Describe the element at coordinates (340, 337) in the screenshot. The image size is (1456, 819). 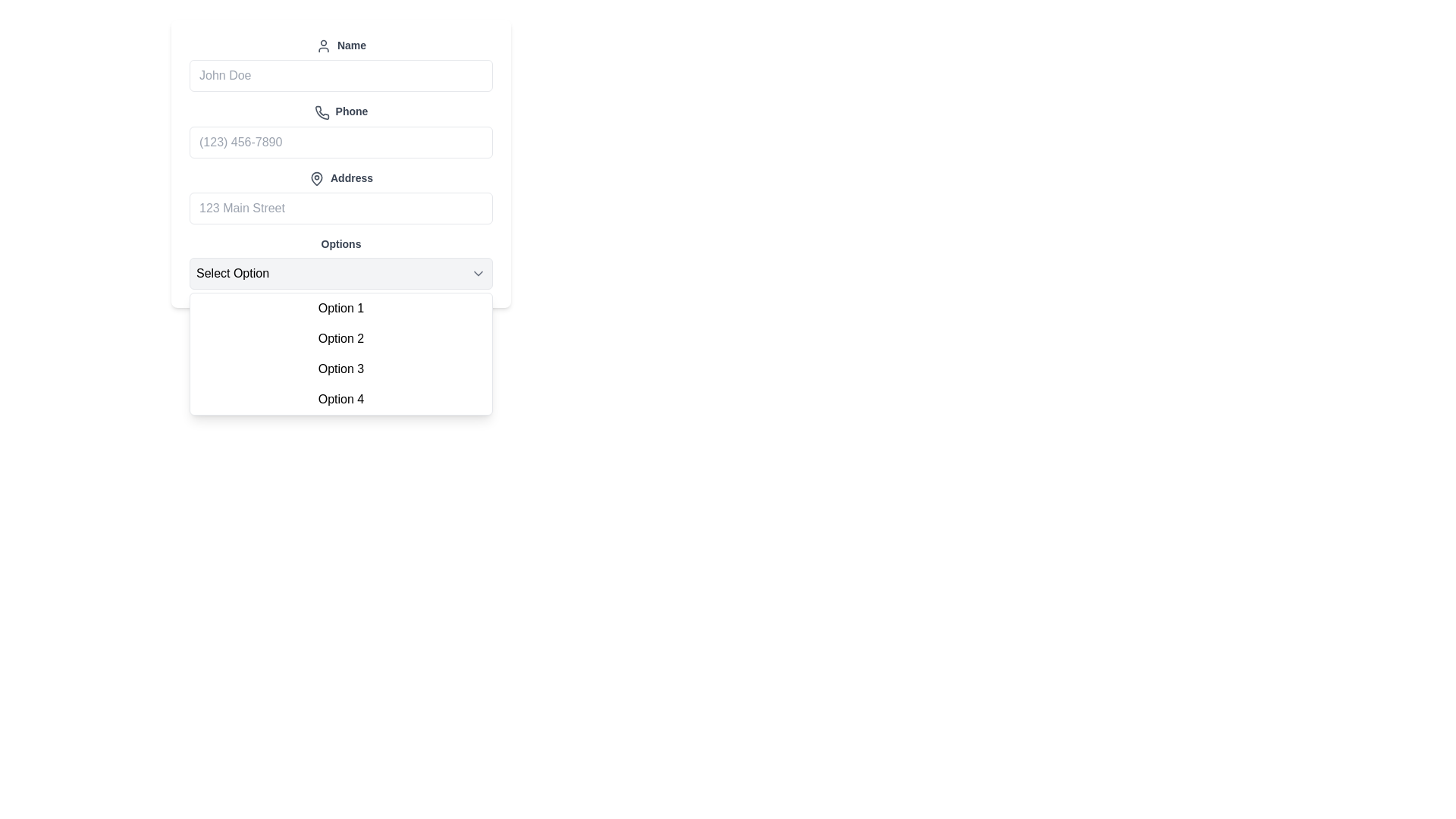
I see `the second text item in the dropdown list that appears below the 'Options' field` at that location.